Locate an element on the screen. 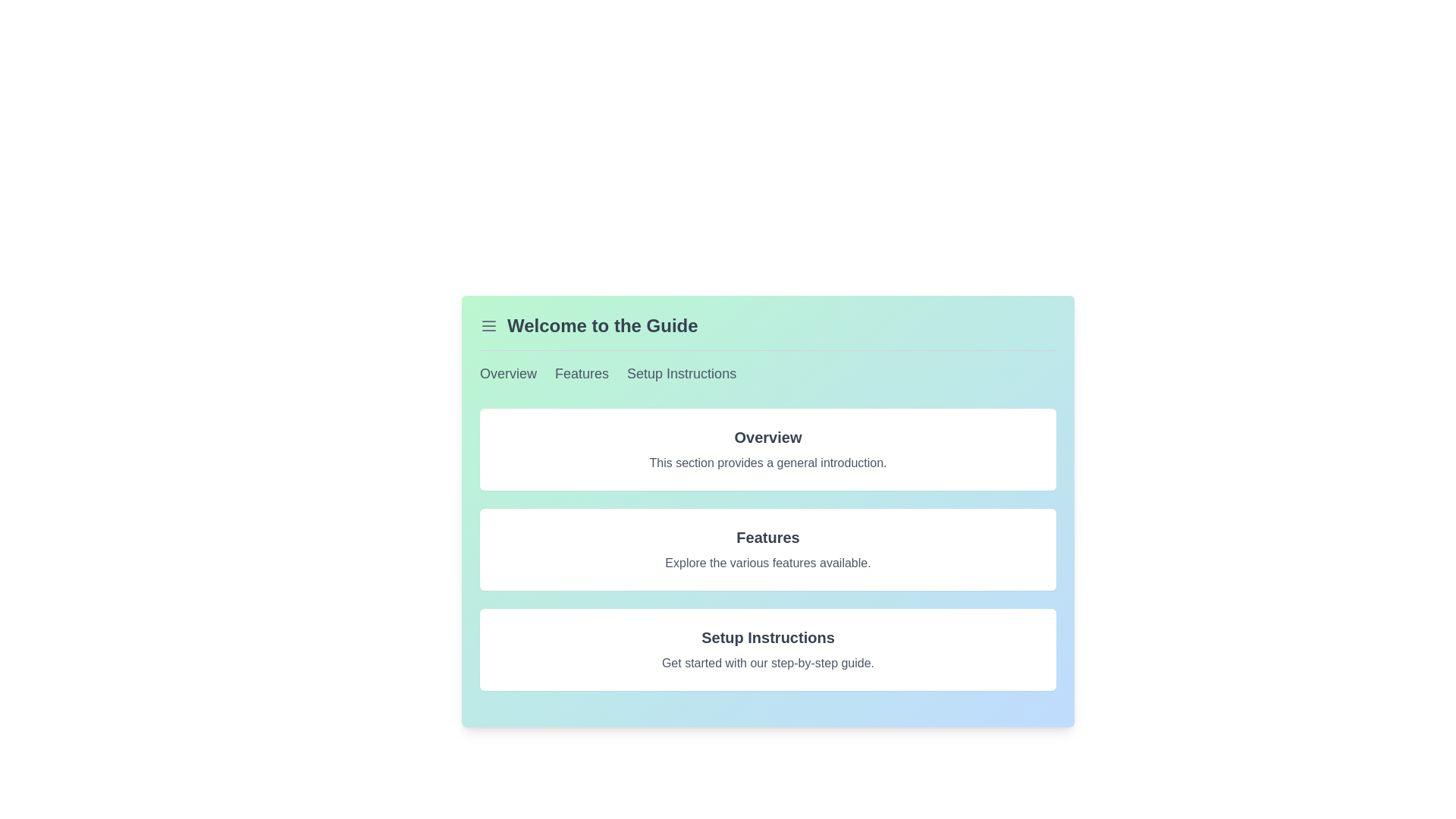  the clickable text link labeled 'Features' located in the navigation bar under 'Welcome to the Guide' is located at coordinates (581, 374).